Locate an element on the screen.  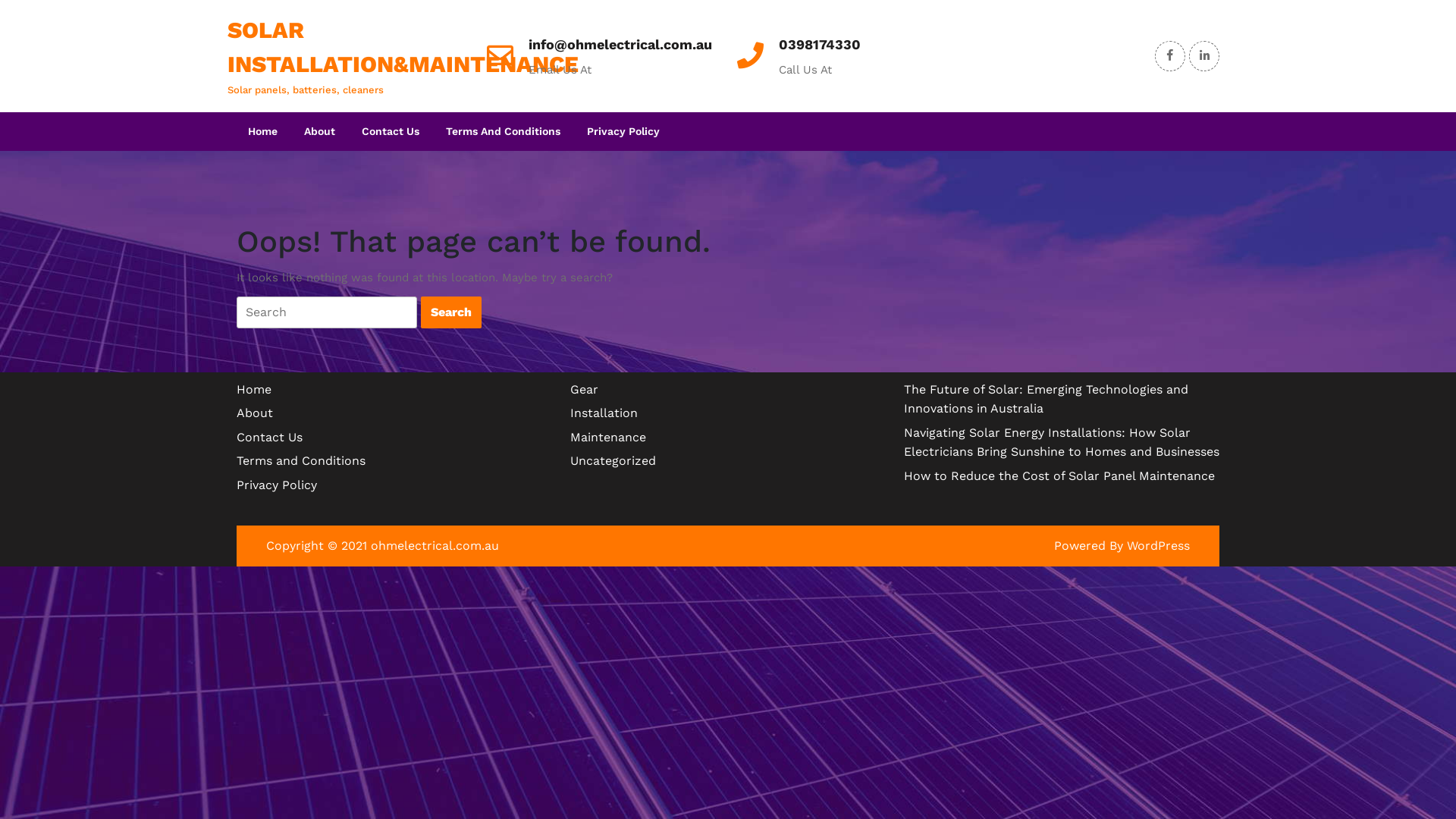
'Contact Us' is located at coordinates (349, 130).